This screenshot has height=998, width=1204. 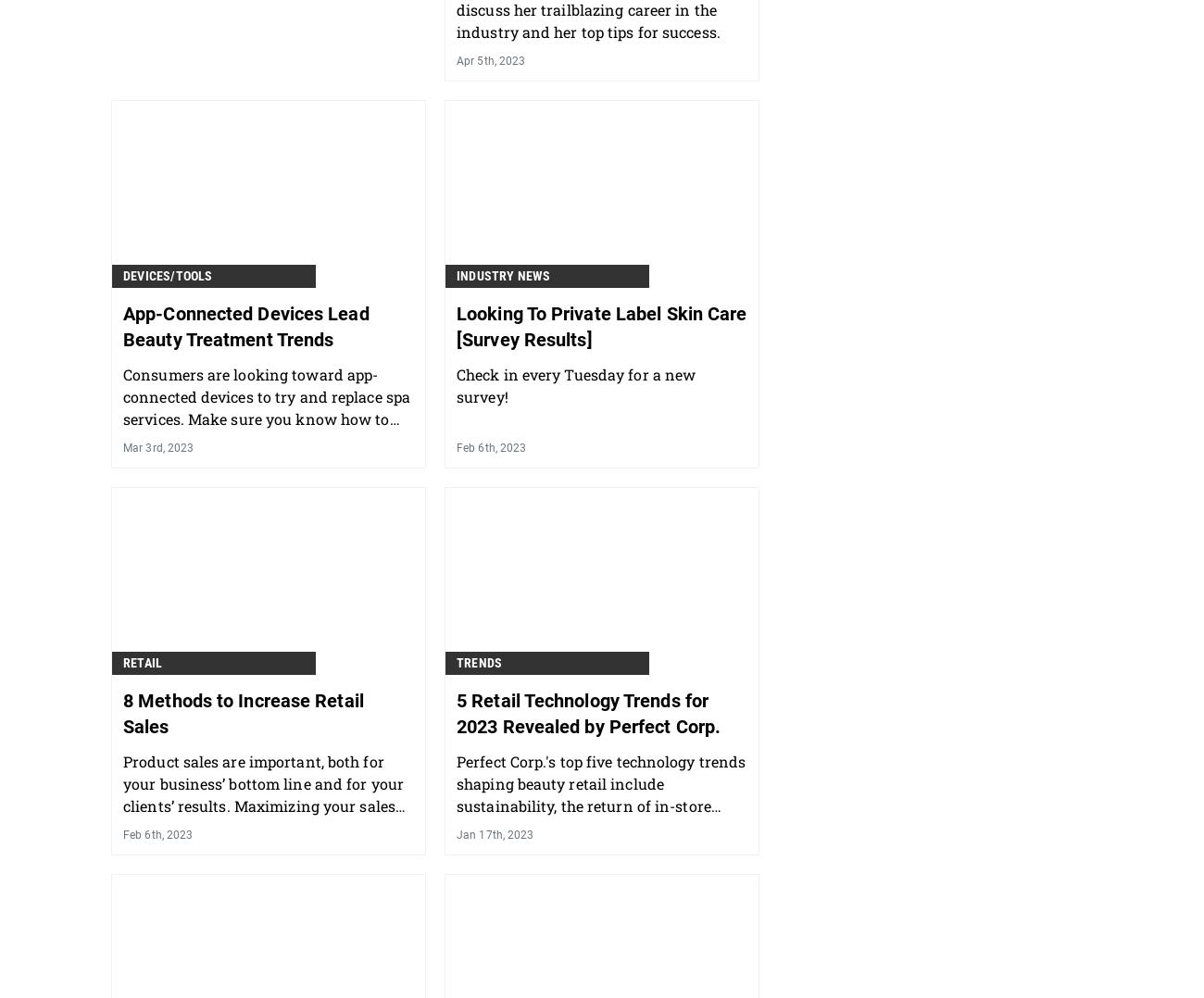 I want to click on 'Jan 17th, 2023', so click(x=495, y=834).